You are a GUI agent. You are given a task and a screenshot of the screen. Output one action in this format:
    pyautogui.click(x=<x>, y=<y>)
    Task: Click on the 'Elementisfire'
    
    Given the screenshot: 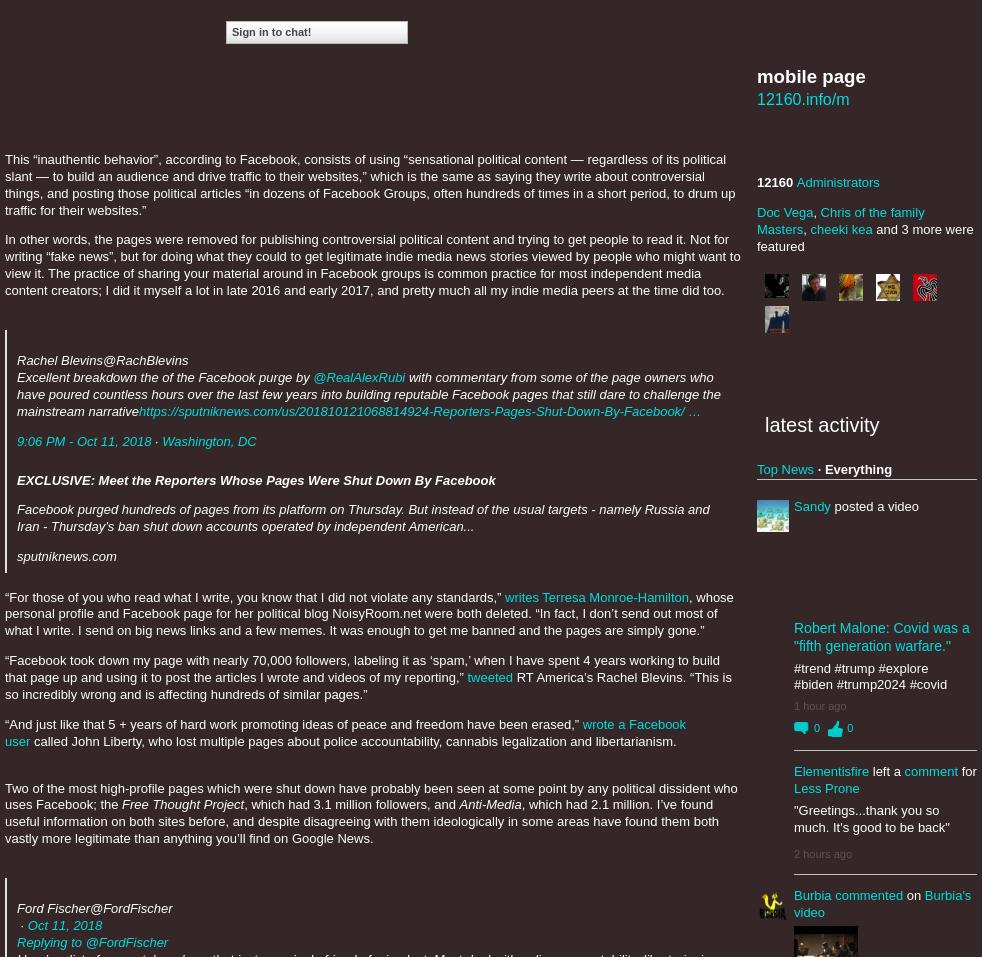 What is the action you would take?
    pyautogui.click(x=833, y=770)
    